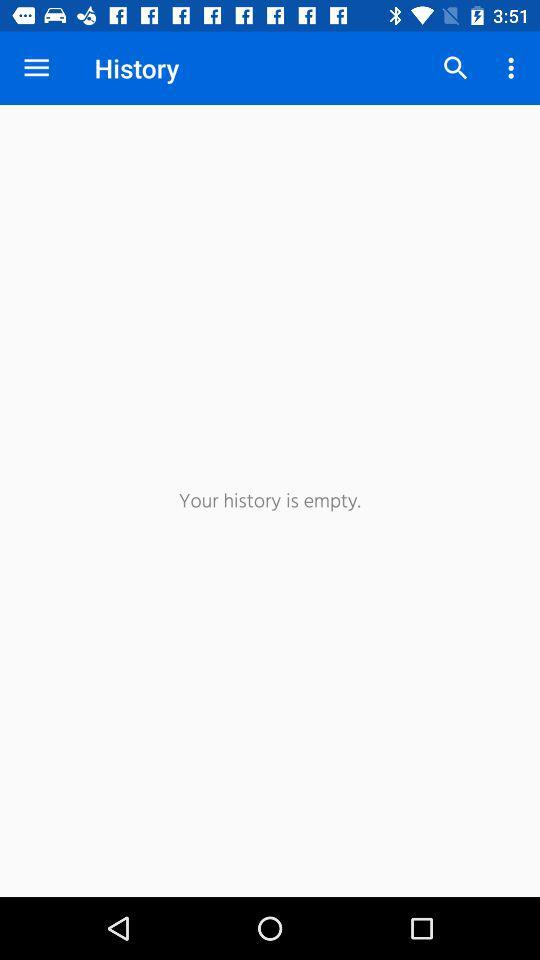  Describe the element at coordinates (455, 68) in the screenshot. I see `icon next to the history icon` at that location.